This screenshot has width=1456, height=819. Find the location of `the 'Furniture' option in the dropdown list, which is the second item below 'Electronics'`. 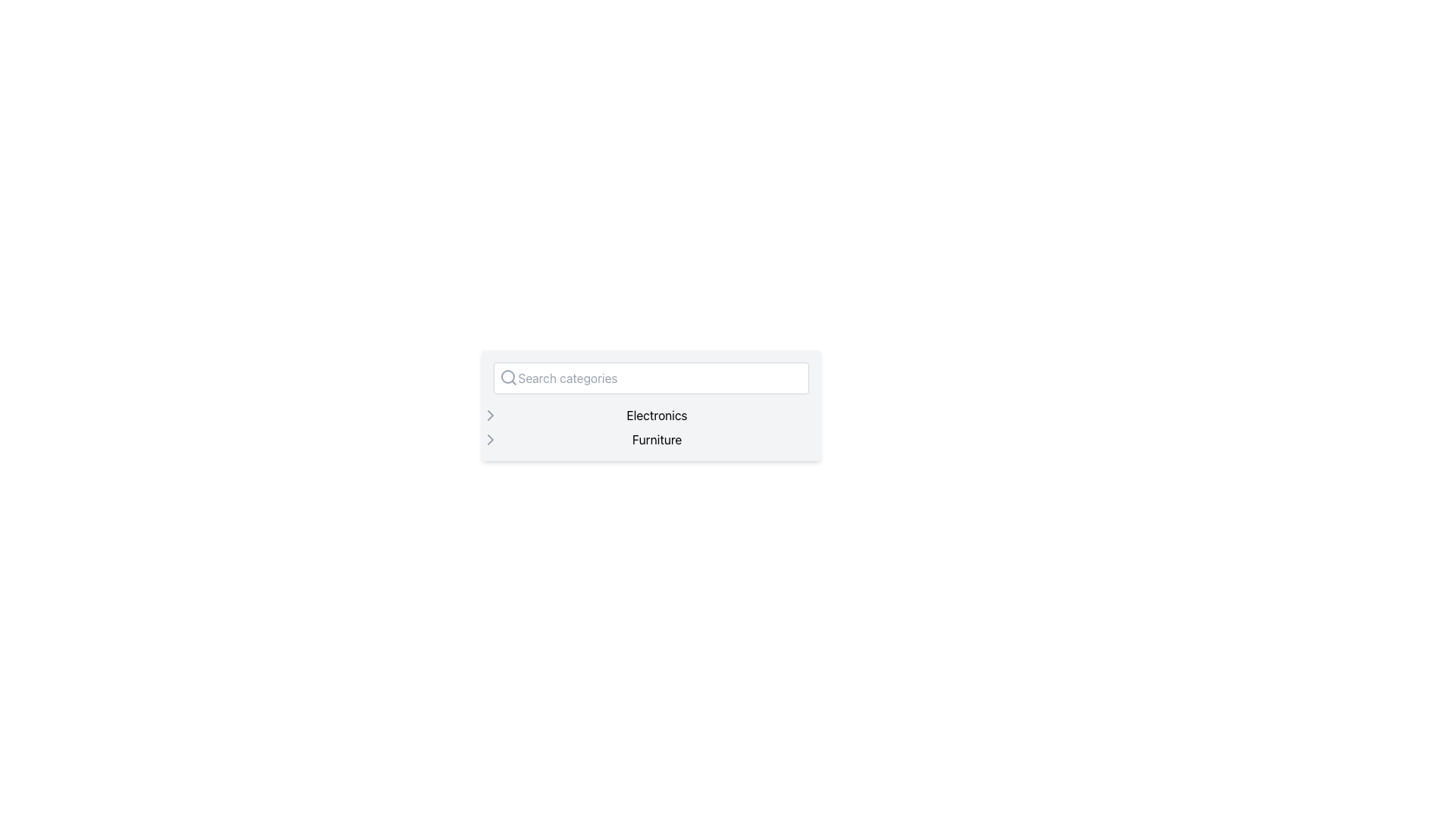

the 'Furniture' option in the dropdown list, which is the second item below 'Electronics' is located at coordinates (651, 439).